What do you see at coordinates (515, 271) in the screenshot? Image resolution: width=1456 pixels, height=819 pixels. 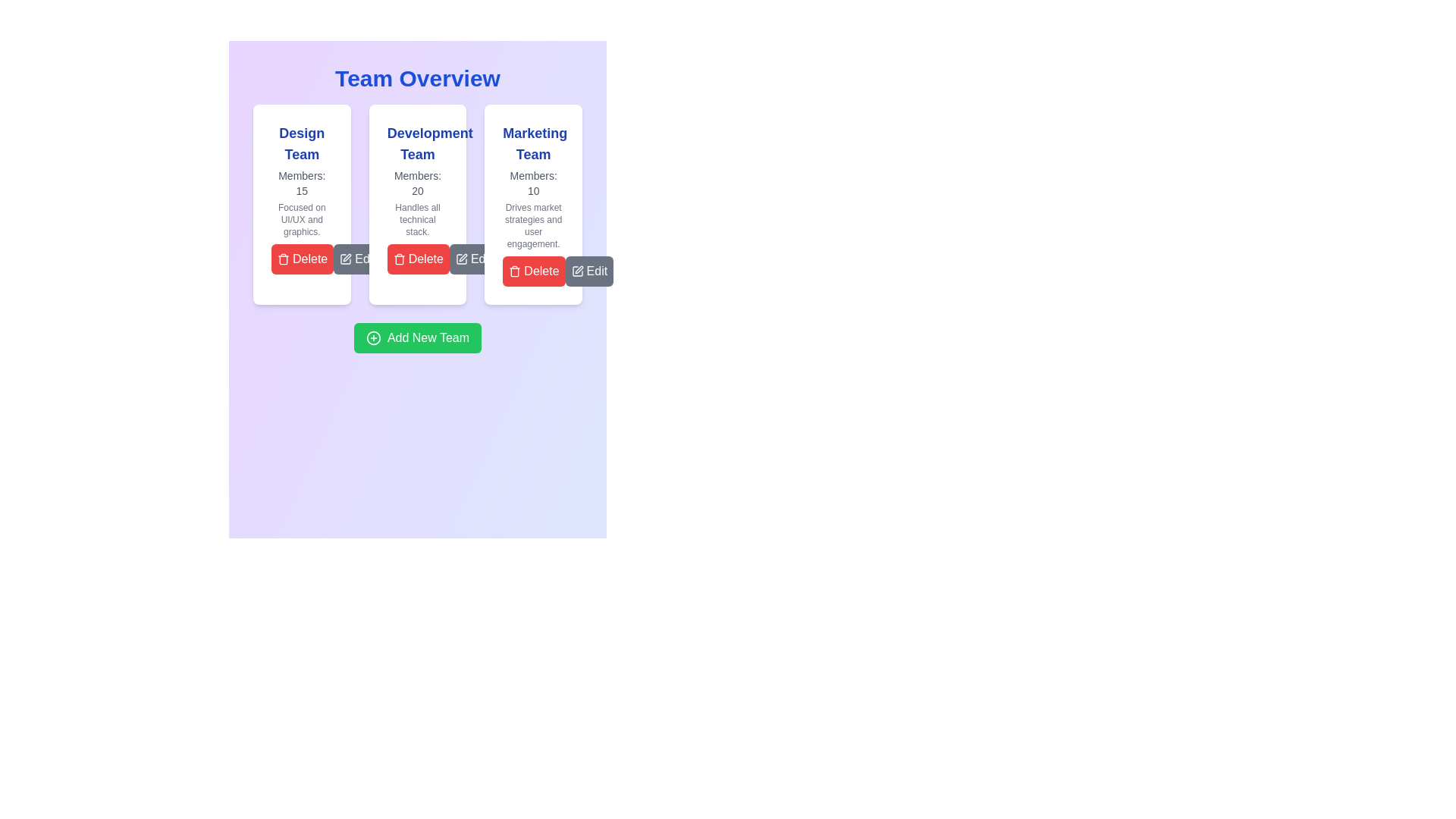 I see `the trash can icon within the 'Delete' button, which is positioned to the left of the text 'Delete' below the 'Development Team' card` at bounding box center [515, 271].